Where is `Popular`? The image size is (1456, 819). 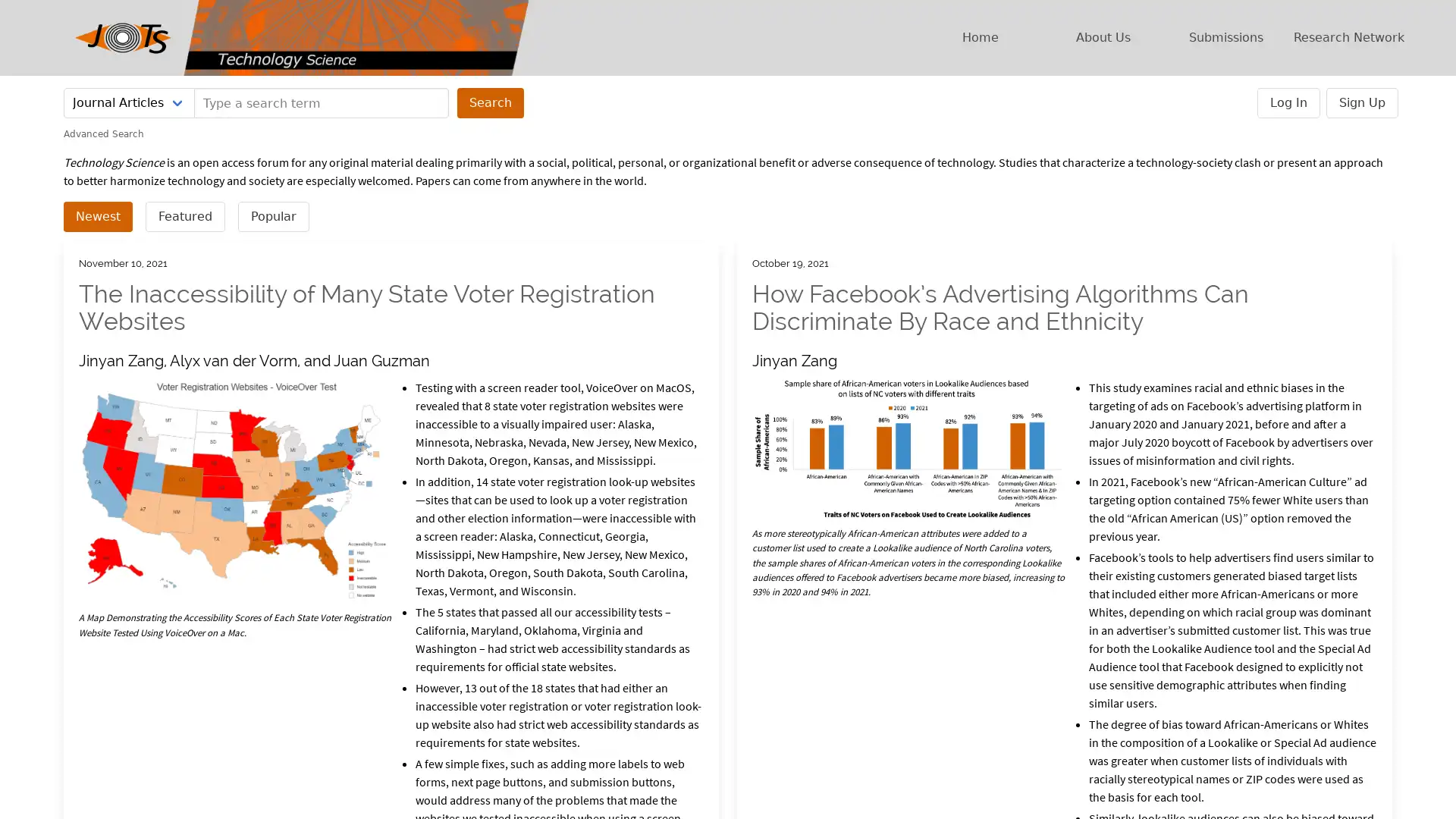
Popular is located at coordinates (273, 216).